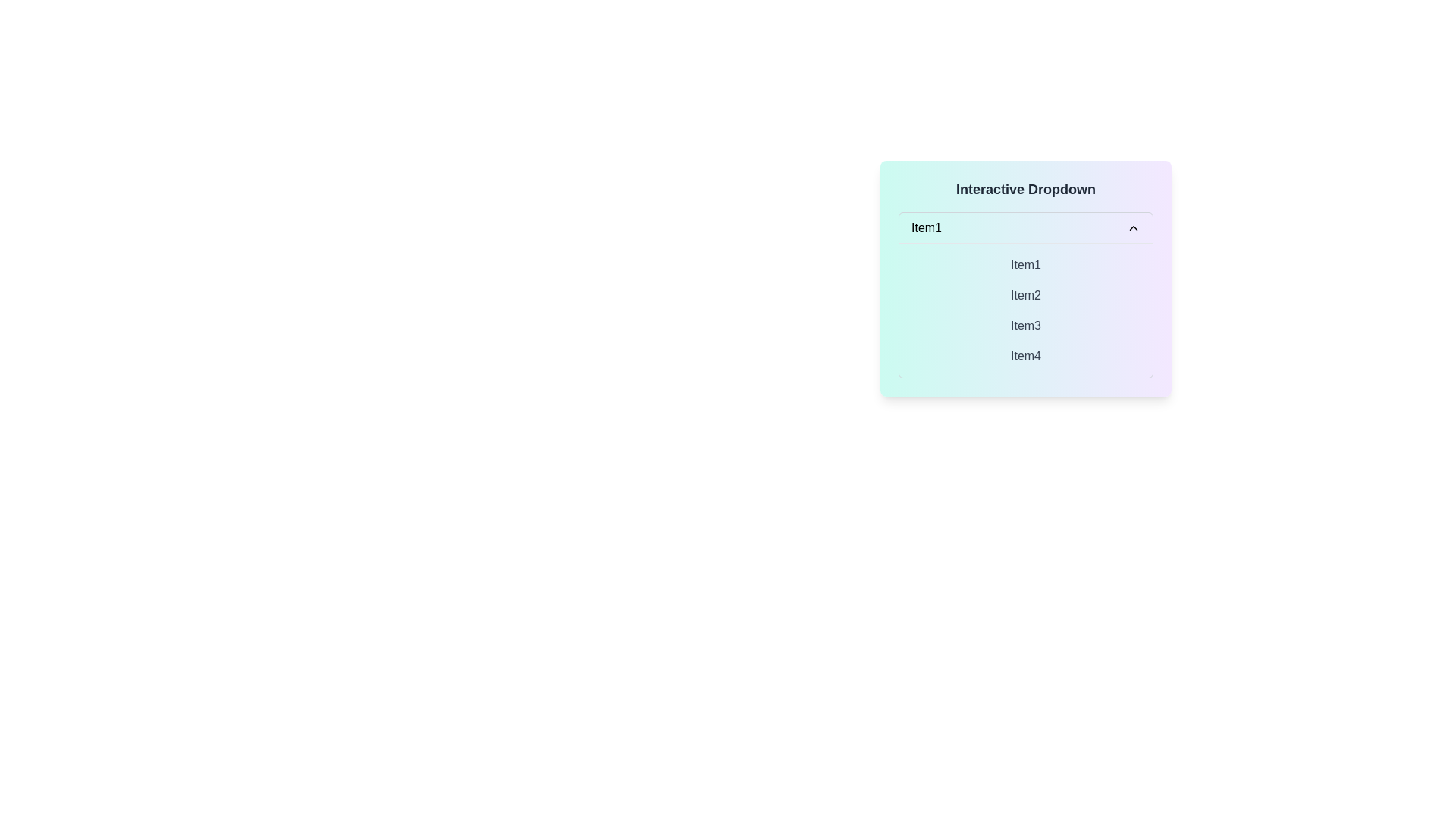 This screenshot has height=819, width=1456. Describe the element at coordinates (1026, 295) in the screenshot. I see `the dropdown menu located below the header 'Interactive Dropdown'` at that location.